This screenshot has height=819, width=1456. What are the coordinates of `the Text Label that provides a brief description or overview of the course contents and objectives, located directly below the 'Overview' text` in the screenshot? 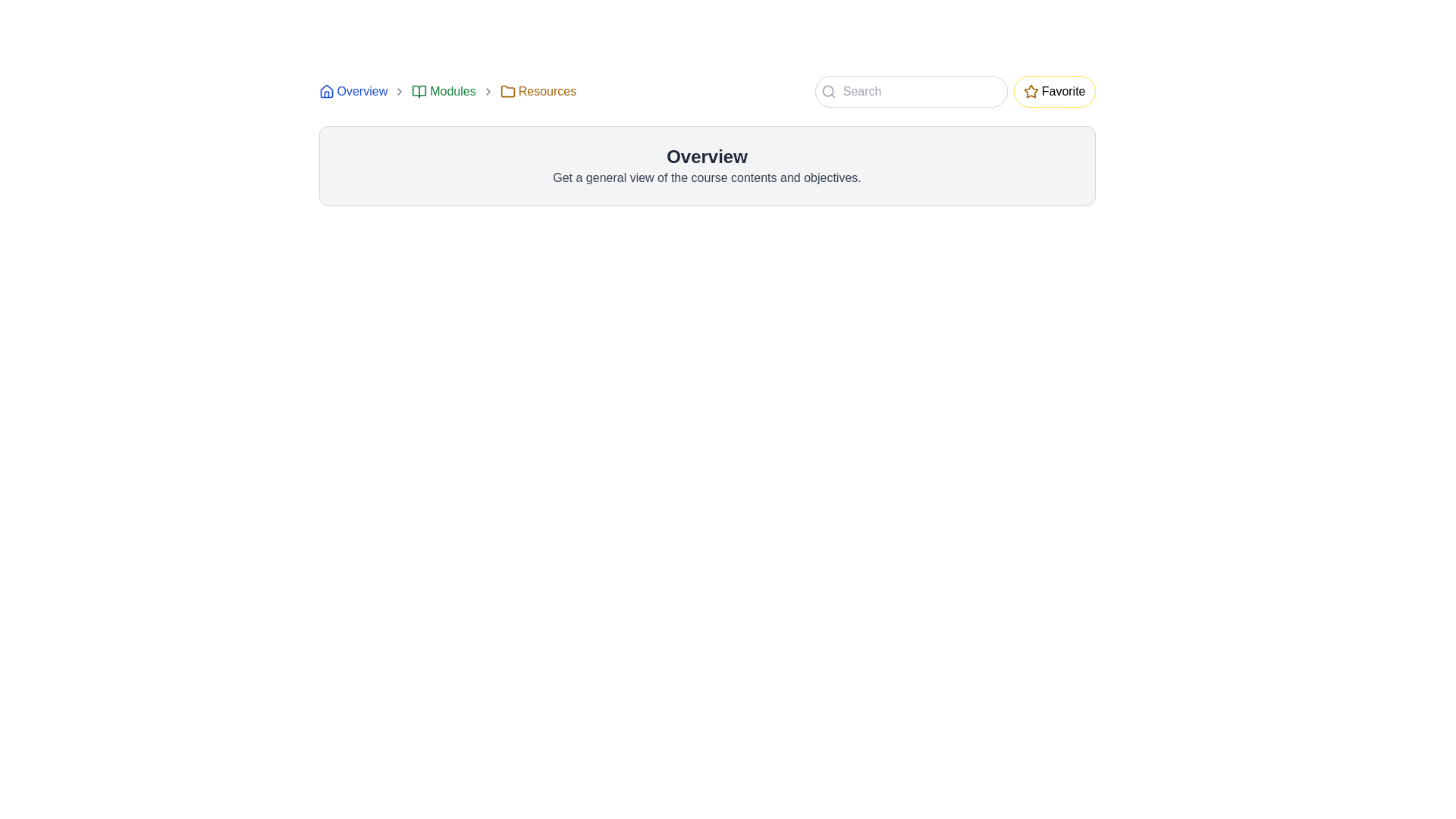 It's located at (706, 177).